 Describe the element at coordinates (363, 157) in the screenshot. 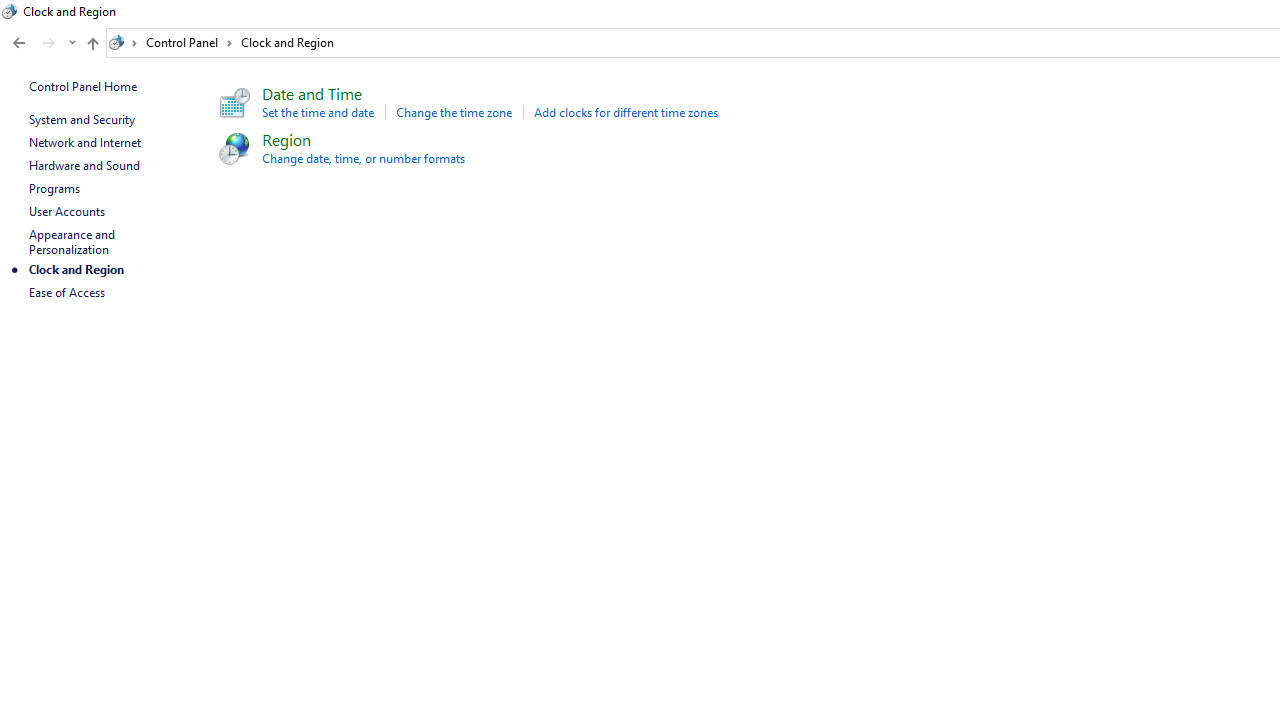

I see `'Change date, time, or number formats'` at that location.